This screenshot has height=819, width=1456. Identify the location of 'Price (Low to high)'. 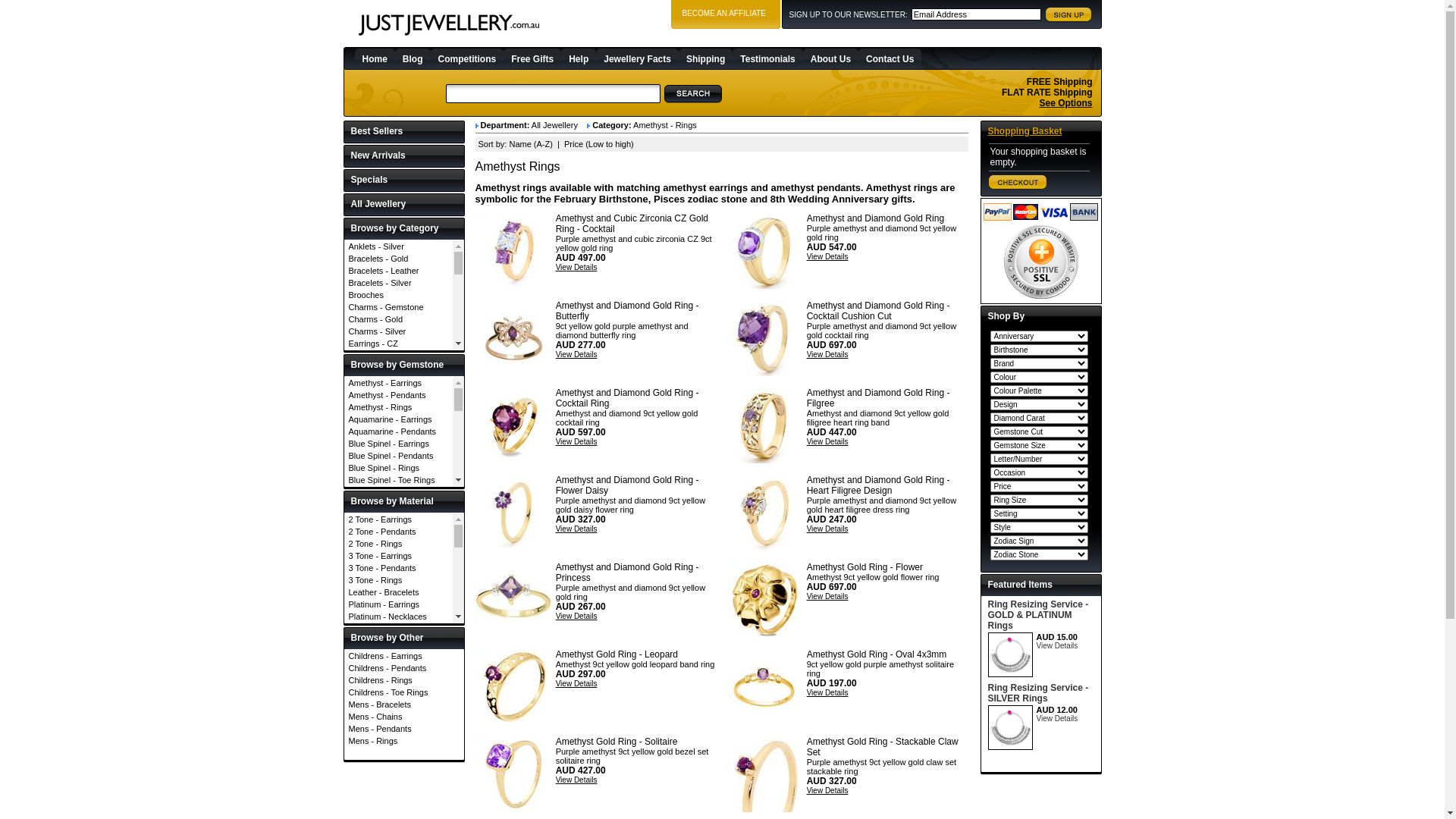
(563, 143).